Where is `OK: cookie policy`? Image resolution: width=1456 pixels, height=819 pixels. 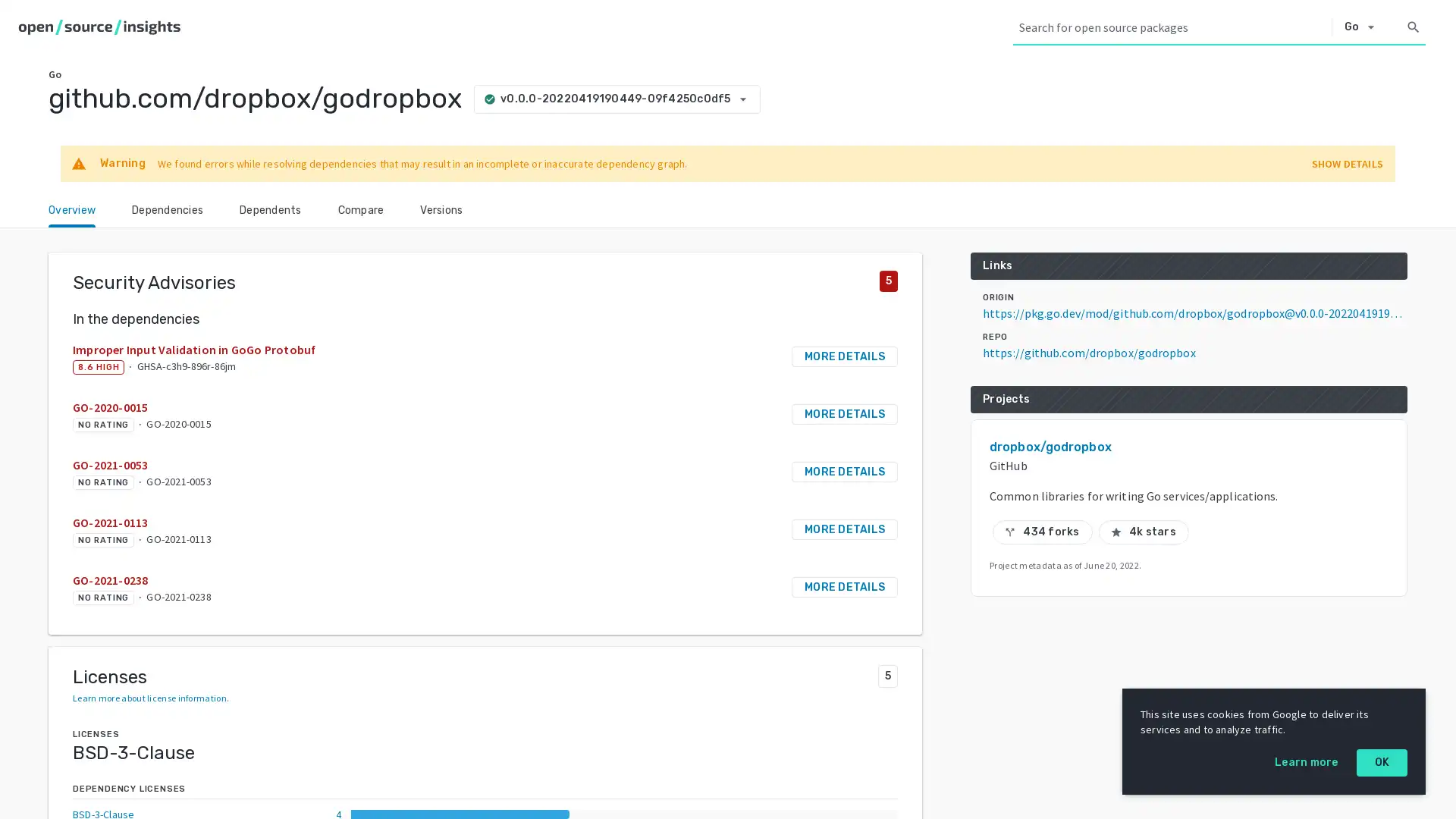
OK: cookie policy is located at coordinates (1382, 763).